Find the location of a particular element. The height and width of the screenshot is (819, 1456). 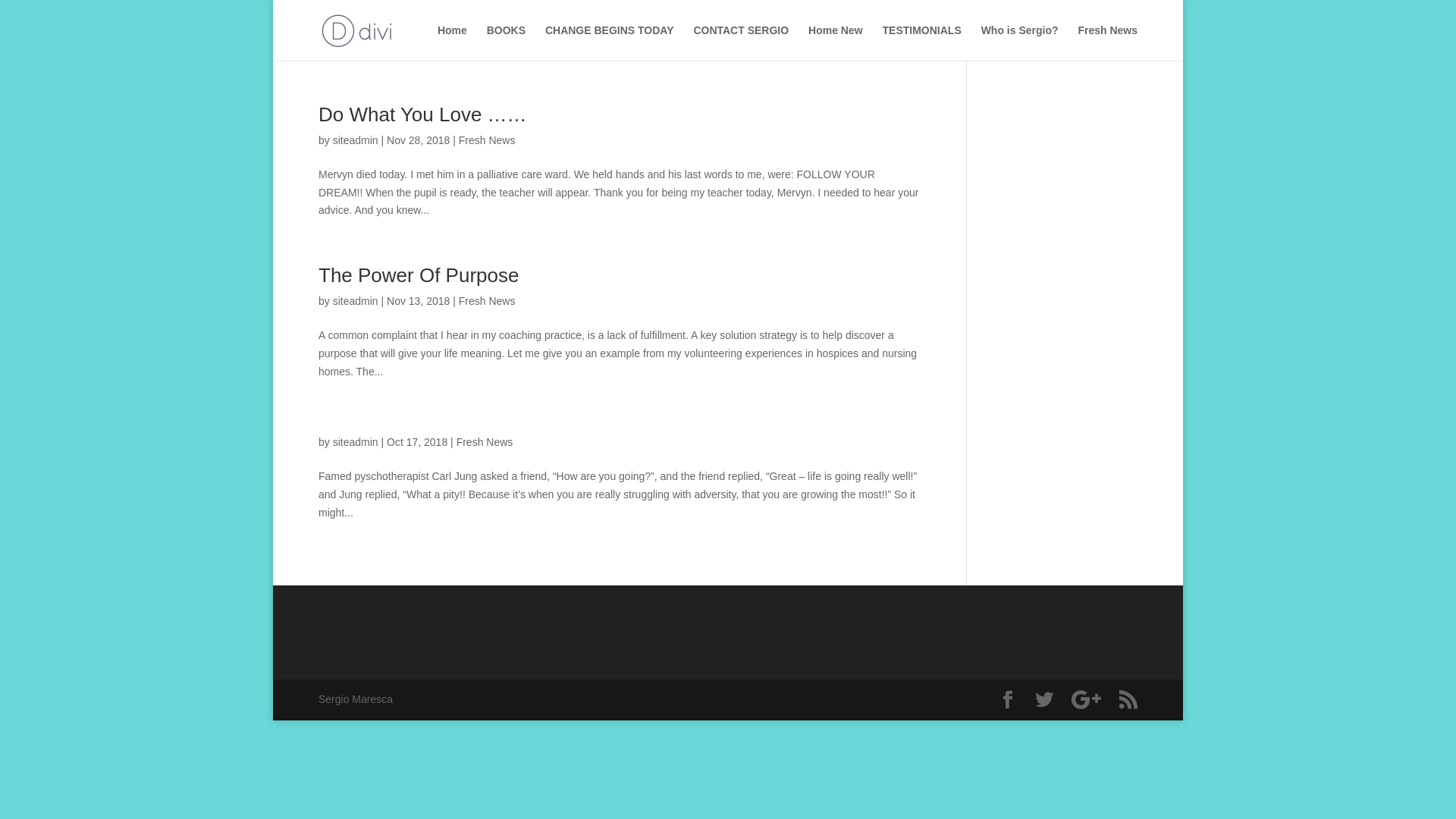

'Fresh News' is located at coordinates (487, 140).